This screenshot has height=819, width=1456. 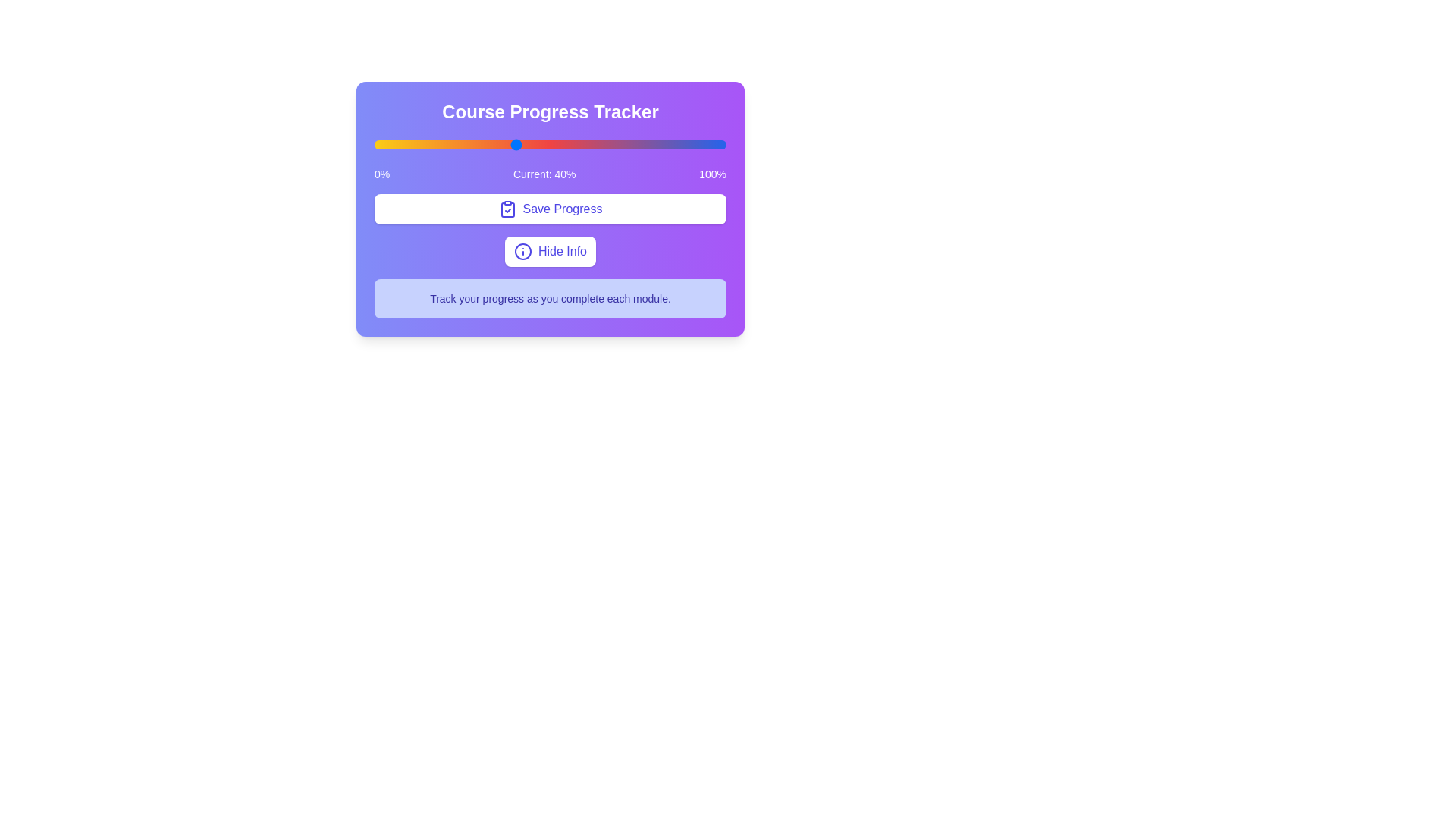 What do you see at coordinates (549, 250) in the screenshot?
I see `the 'Hide Info' button, which has a white background and indigo text, located below the 'Save Progress' button` at bounding box center [549, 250].